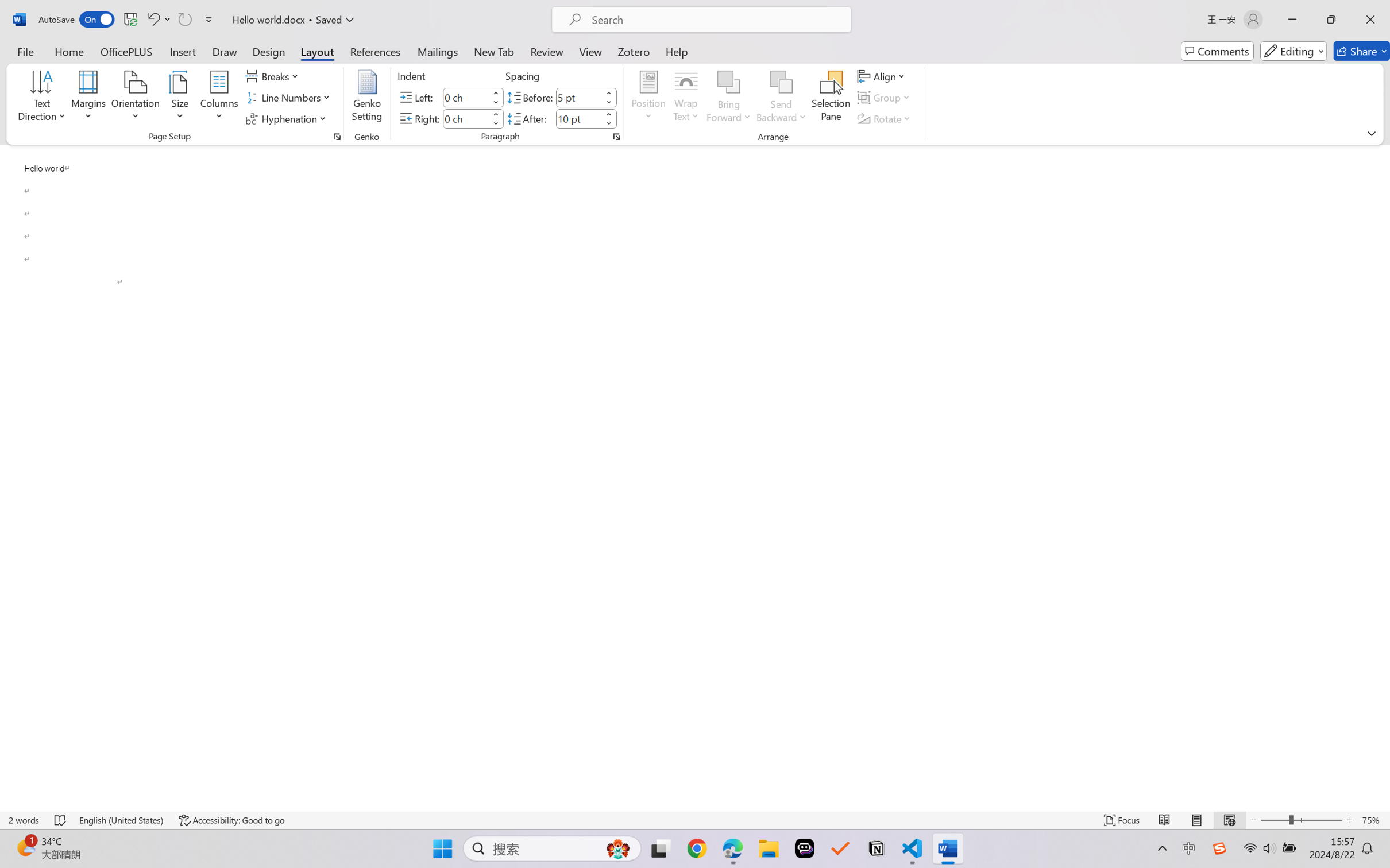  What do you see at coordinates (157, 19) in the screenshot?
I see `'Undo Subscript'` at bounding box center [157, 19].